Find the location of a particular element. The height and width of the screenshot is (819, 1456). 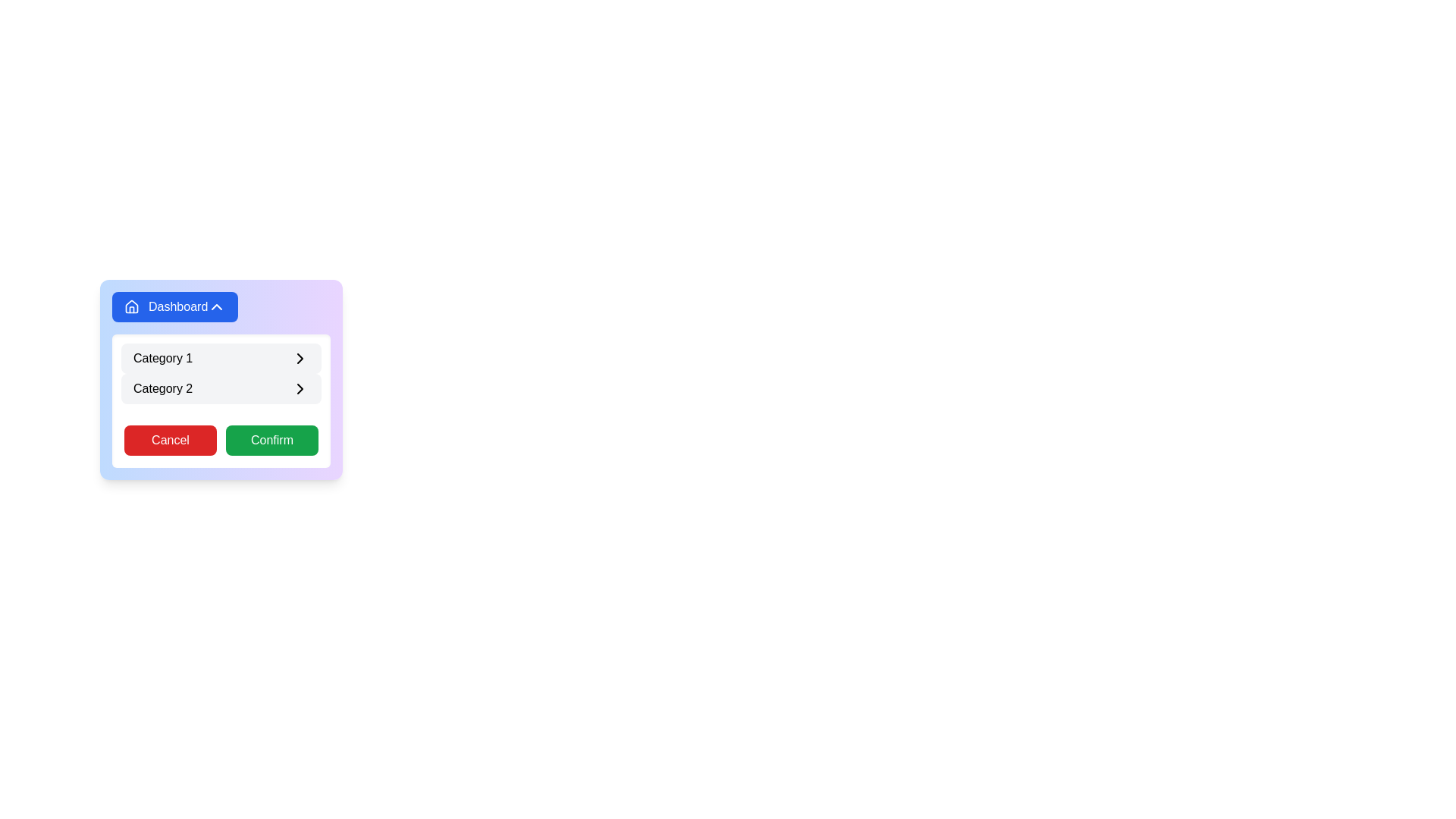

the 'Dashboard' navigation button located at the top section of the card component is located at coordinates (175, 307).